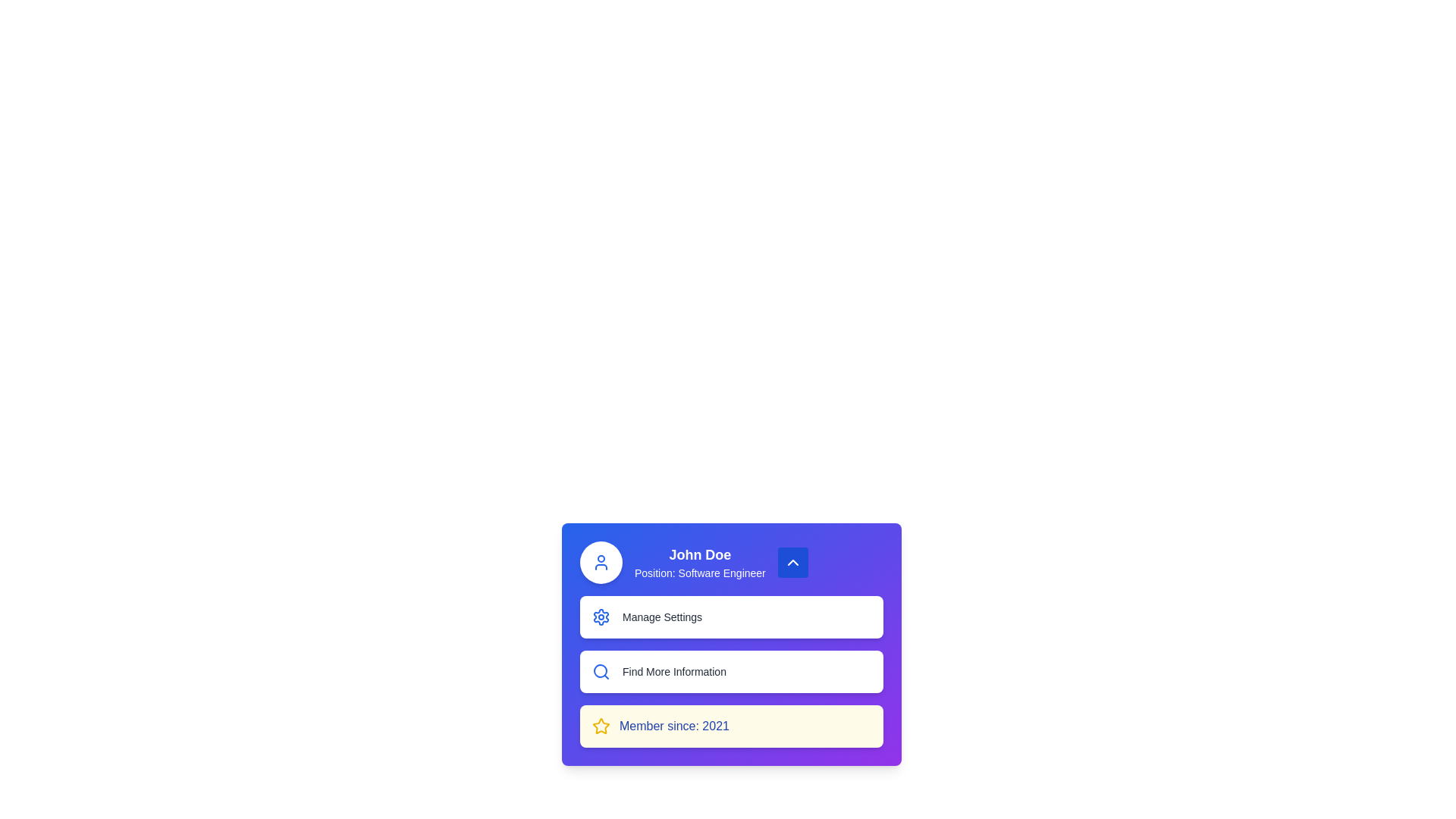 The image size is (1456, 819). I want to click on the star graphic icon located at the bottom-right corner of the 'Member since: 2021' section, which is the sole focus in that segment, so click(600, 725).